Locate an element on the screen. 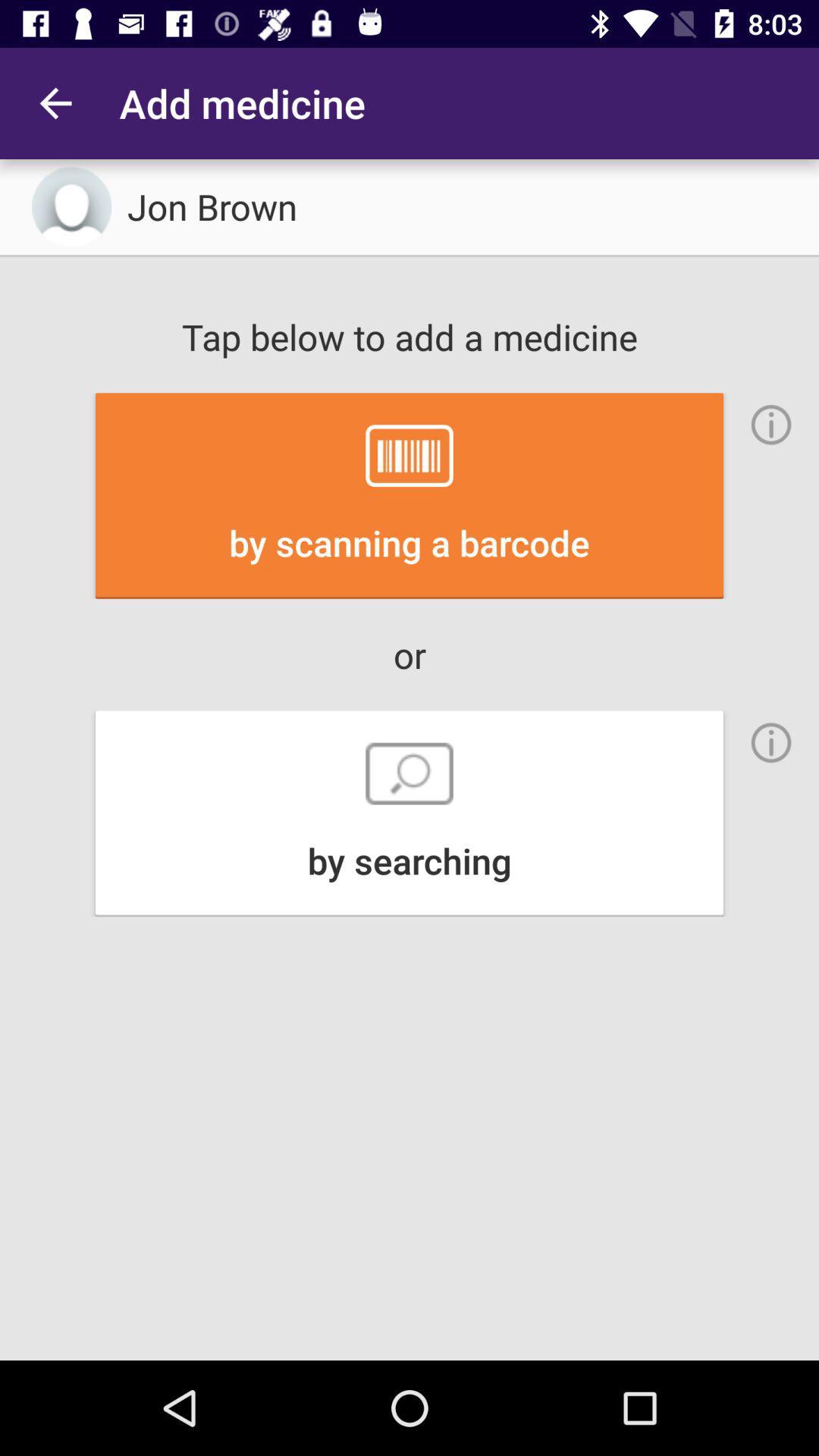 This screenshot has width=819, height=1456. see information is located at coordinates (771, 742).